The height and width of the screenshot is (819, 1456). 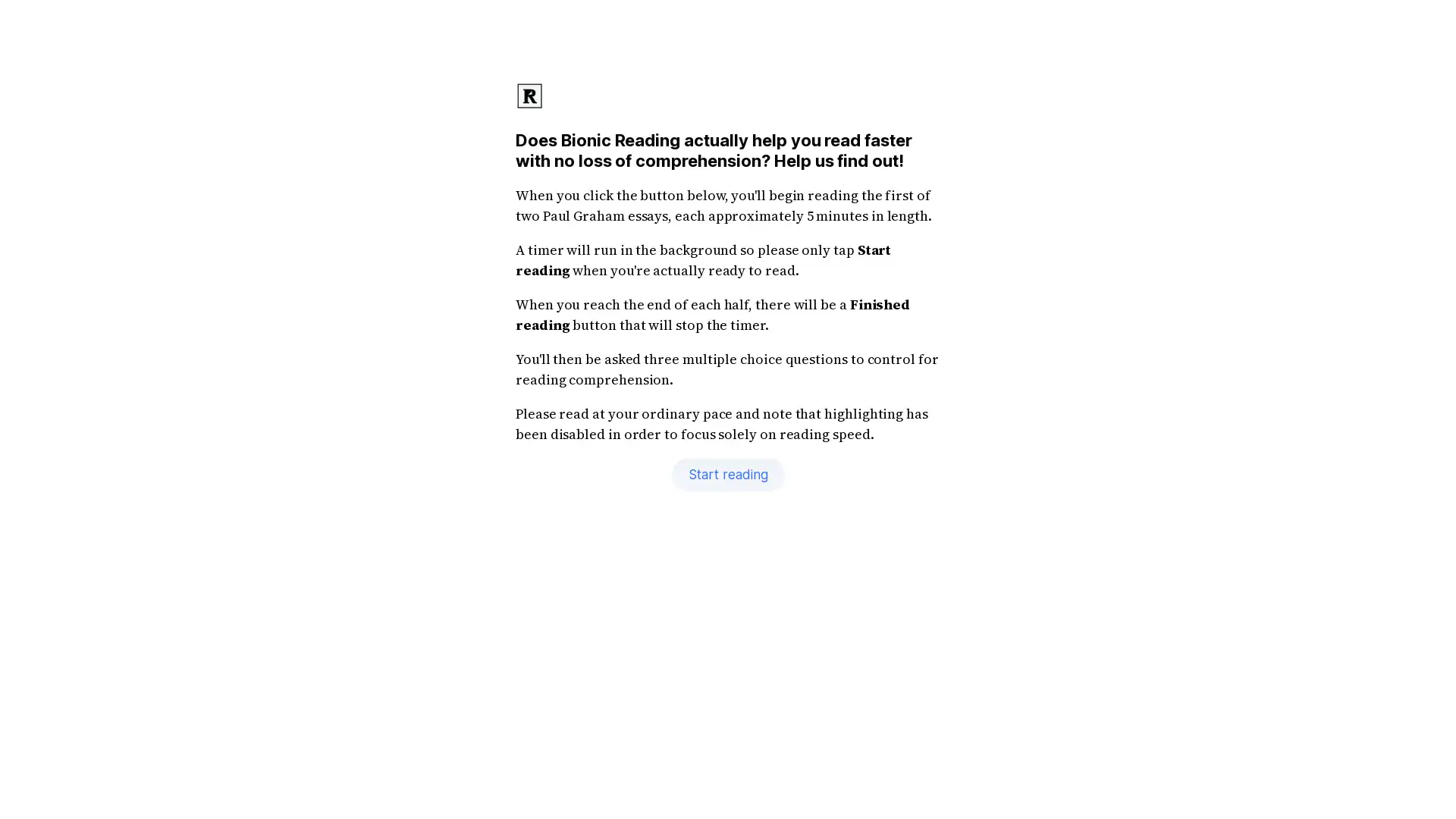 What do you see at coordinates (726, 473) in the screenshot?
I see `Start reading` at bounding box center [726, 473].